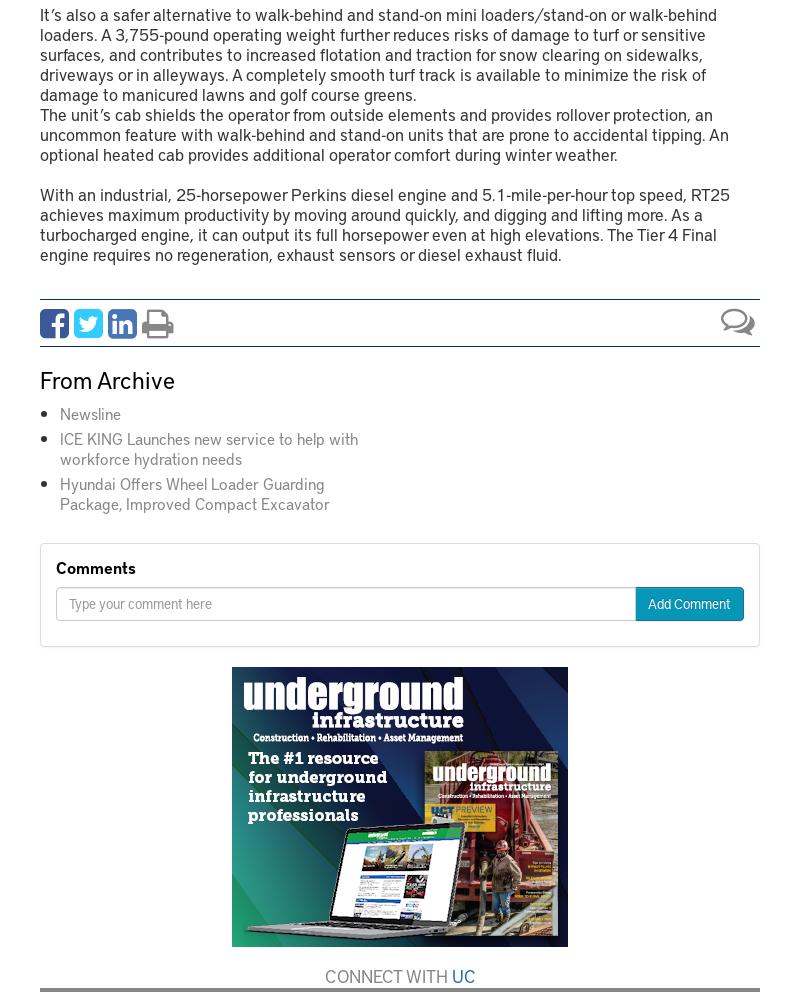  I want to click on 'The unit’s cab shields the operator from outside elements and provides rollover protection, an uncommon feature with walk-behind and stand-on units that are prone to accidental tipping. An optional heated cab provides additional operator comfort during winter weather.', so click(383, 133).